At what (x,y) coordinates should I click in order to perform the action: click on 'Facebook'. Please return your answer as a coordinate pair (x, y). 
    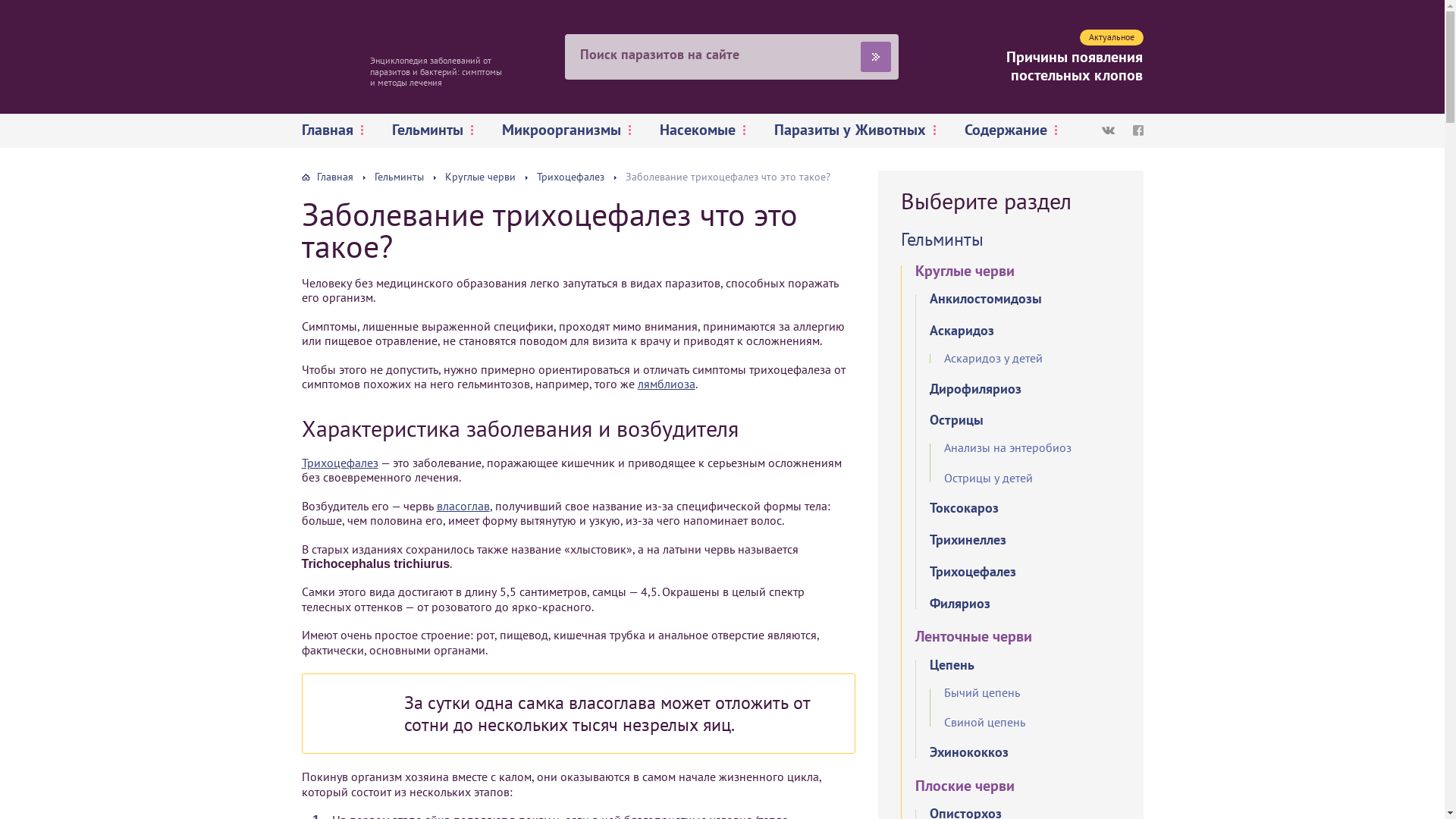
    Looking at the image, I should click on (1138, 130).